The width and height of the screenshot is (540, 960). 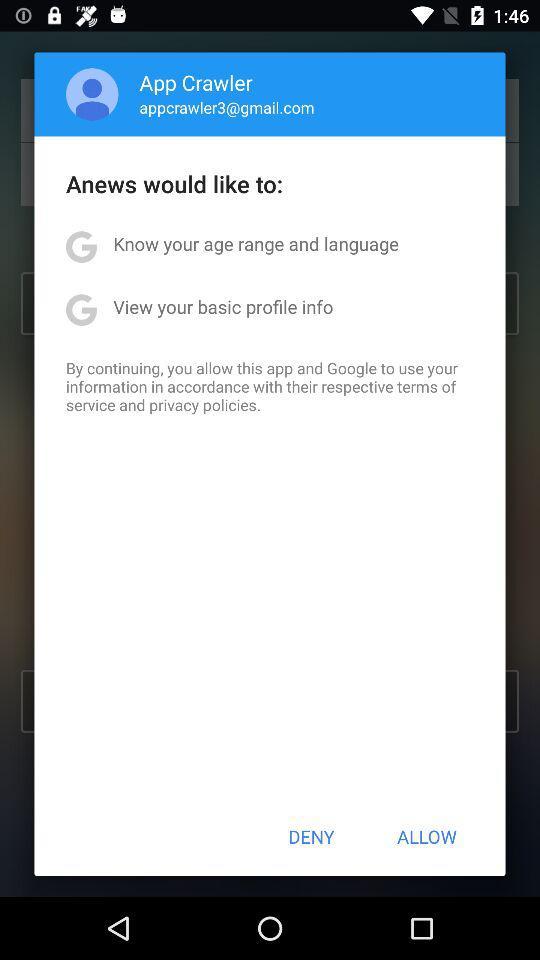 I want to click on the app above the anews would like, so click(x=226, y=107).